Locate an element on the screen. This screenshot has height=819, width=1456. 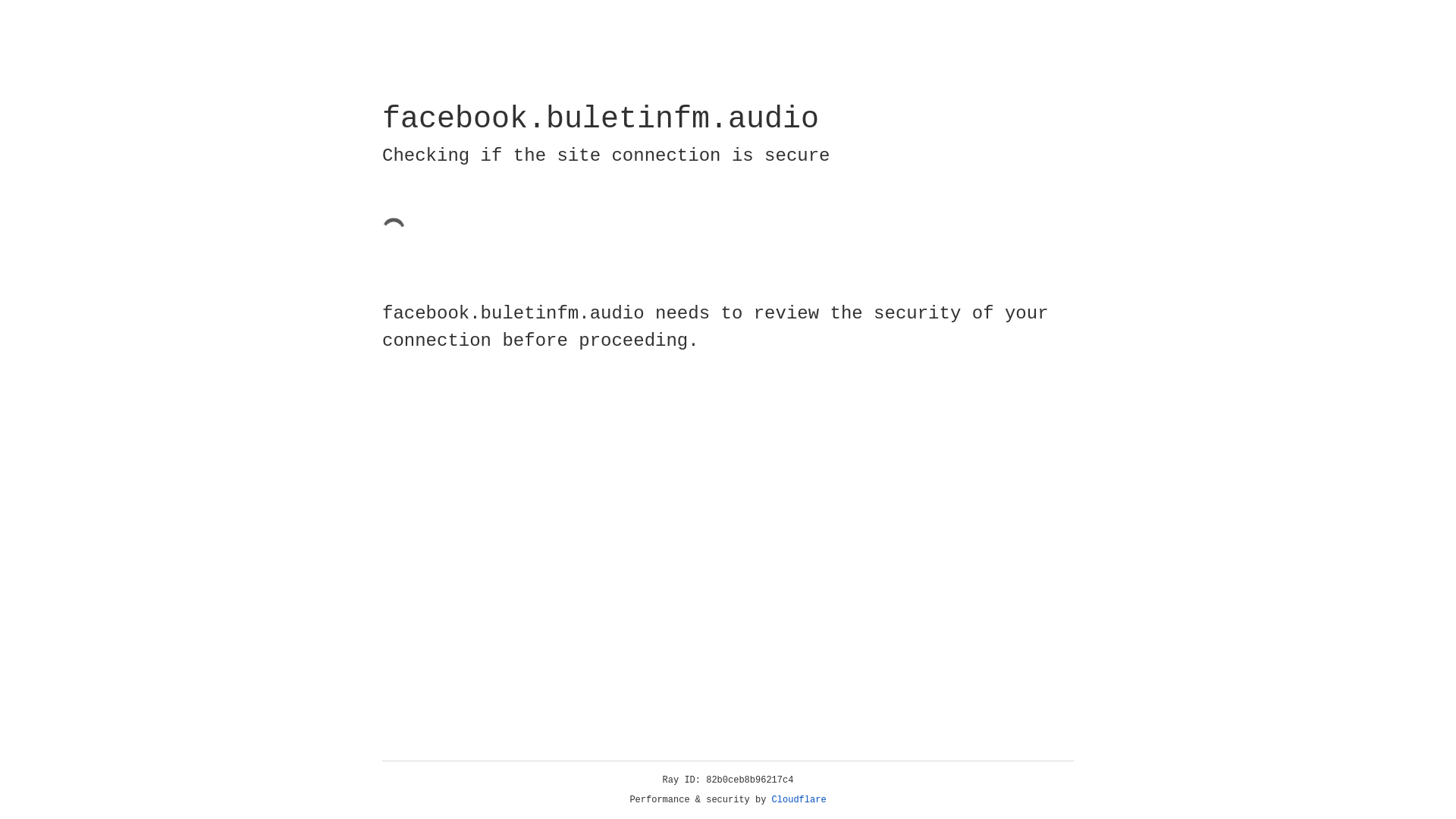
'Cloudflare' is located at coordinates (771, 799).